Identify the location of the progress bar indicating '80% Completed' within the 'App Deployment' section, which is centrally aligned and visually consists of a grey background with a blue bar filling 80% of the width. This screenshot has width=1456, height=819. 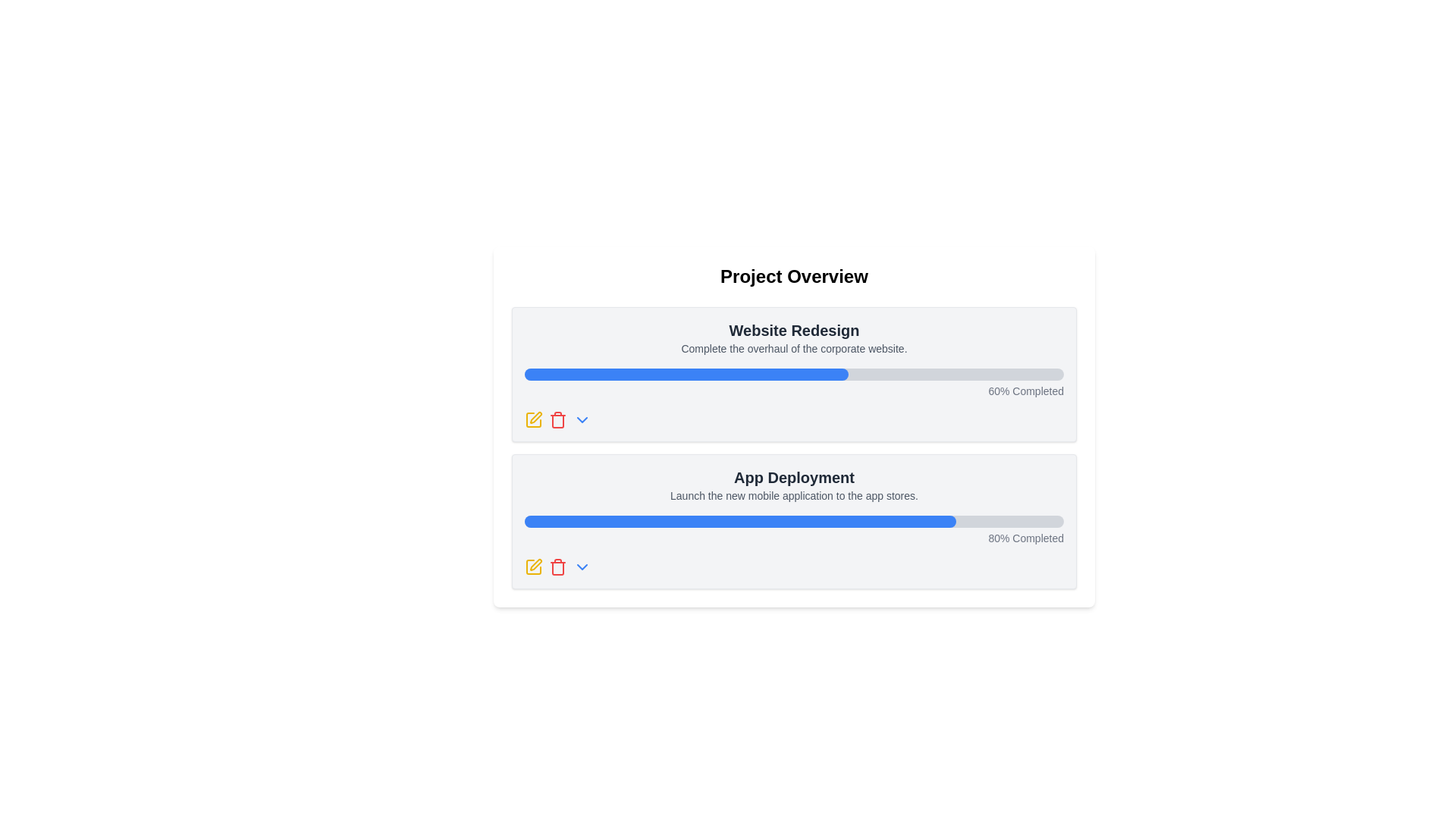
(793, 529).